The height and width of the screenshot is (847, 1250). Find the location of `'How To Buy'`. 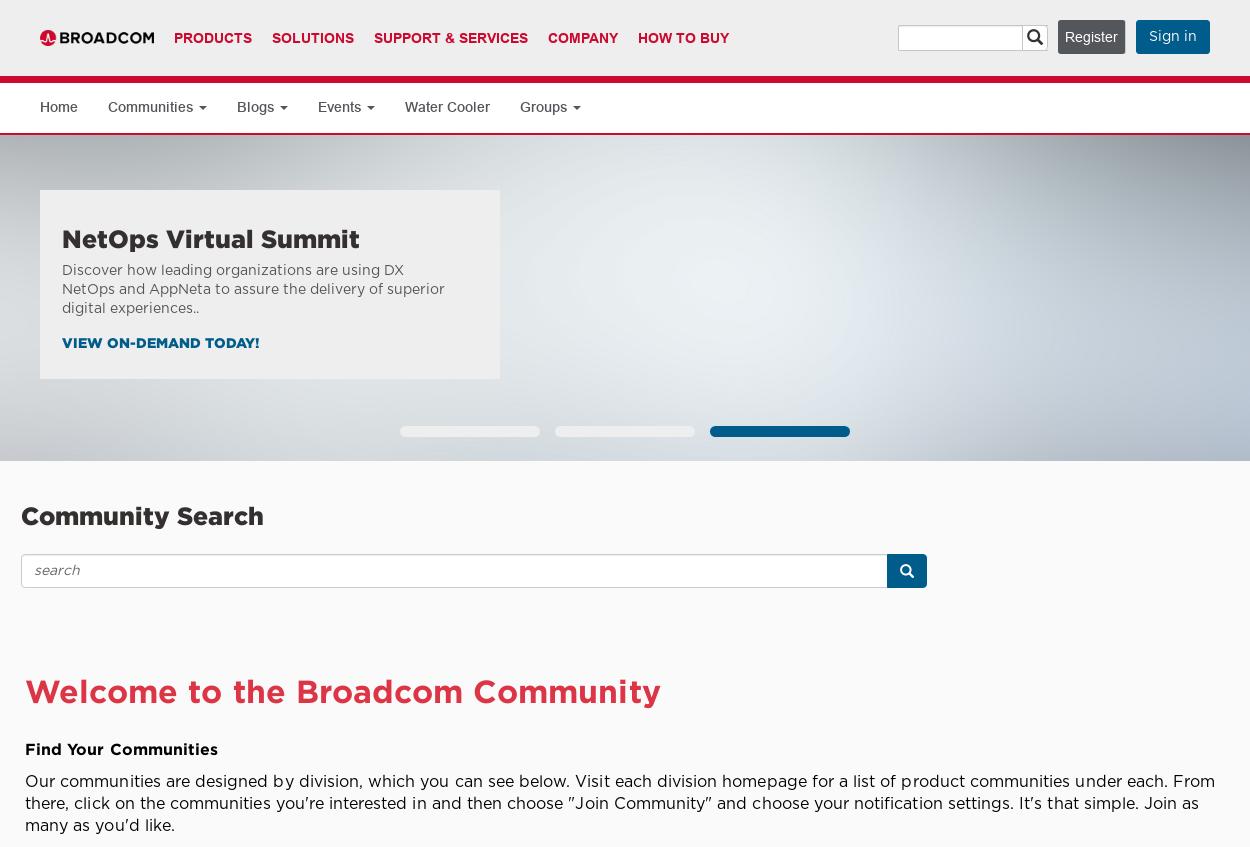

'How To Buy' is located at coordinates (683, 37).